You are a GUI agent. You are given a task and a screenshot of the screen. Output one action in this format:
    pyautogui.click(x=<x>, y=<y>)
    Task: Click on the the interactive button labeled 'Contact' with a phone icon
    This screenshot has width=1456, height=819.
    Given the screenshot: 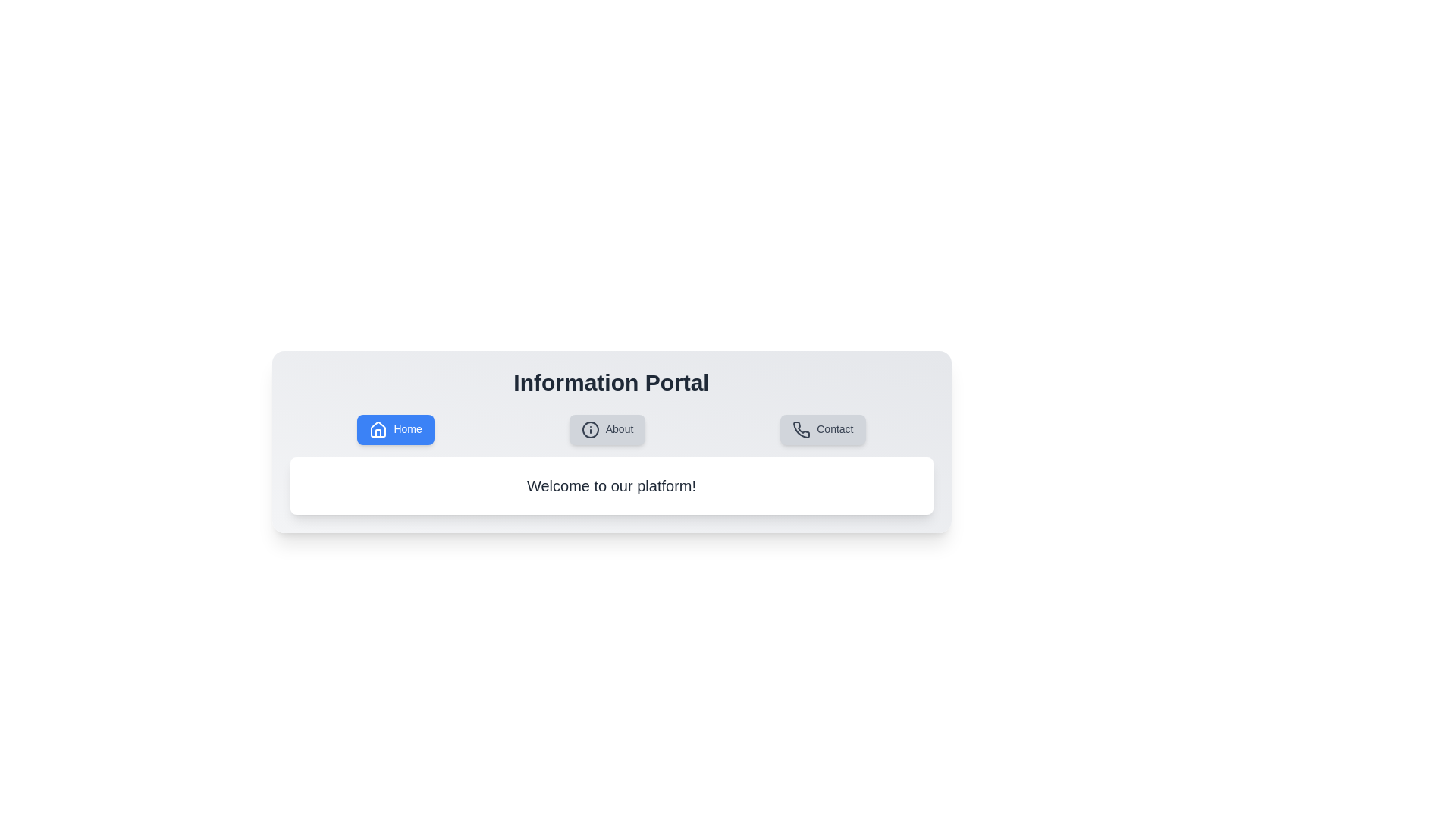 What is the action you would take?
    pyautogui.click(x=822, y=430)
    